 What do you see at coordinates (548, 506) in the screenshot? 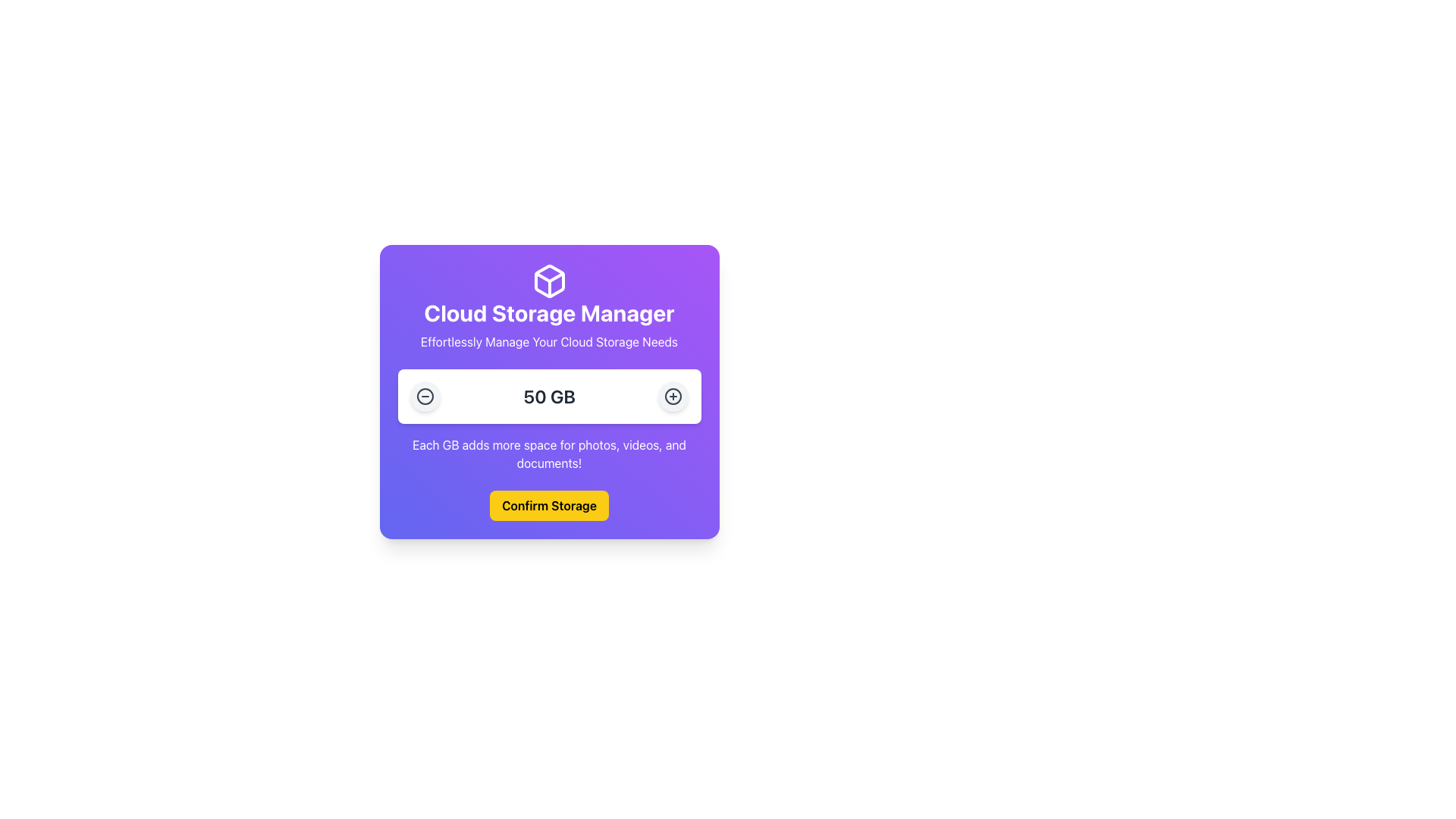
I see `the confirm button located at the bottom of the card that finalizes the user's choice related to cloud storage` at bounding box center [548, 506].